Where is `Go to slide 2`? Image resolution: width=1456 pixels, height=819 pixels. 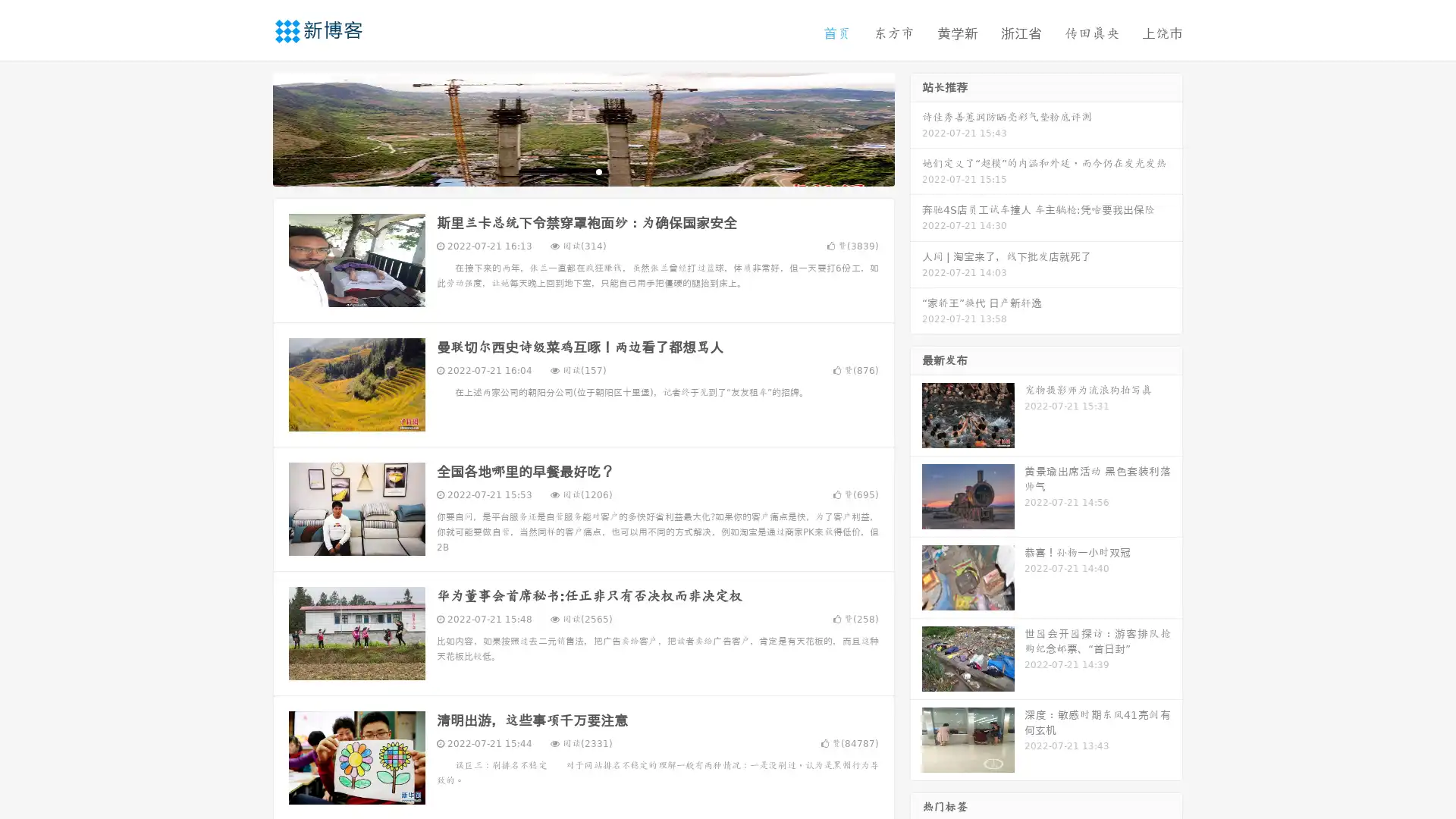
Go to slide 2 is located at coordinates (582, 171).